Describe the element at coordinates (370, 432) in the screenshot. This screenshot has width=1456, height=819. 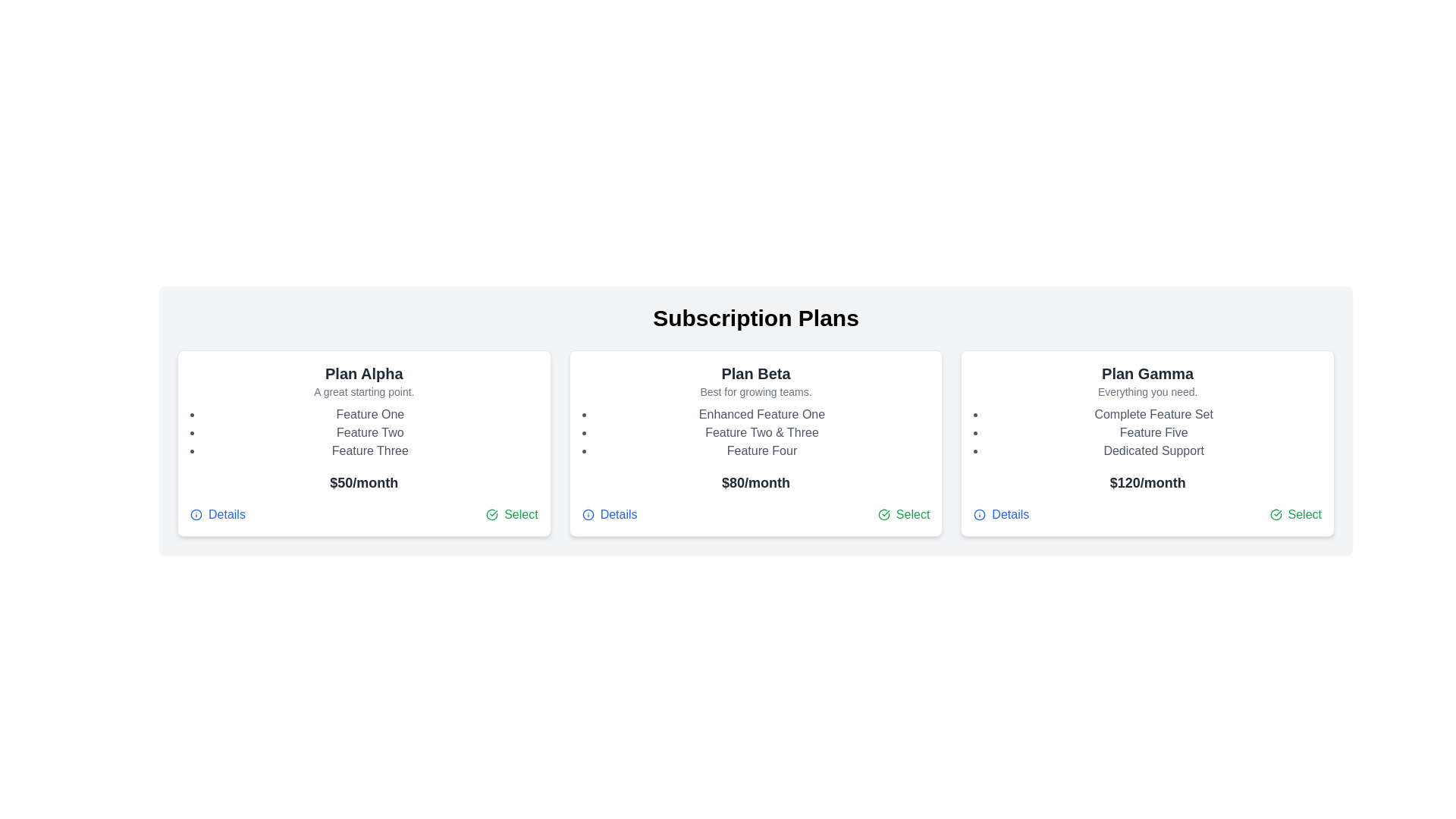
I see `features listed in the unordered list under the 'Plan Alpha' card, which includes 'Feature One,' 'Feature Two,' and 'Feature Three.'` at that location.